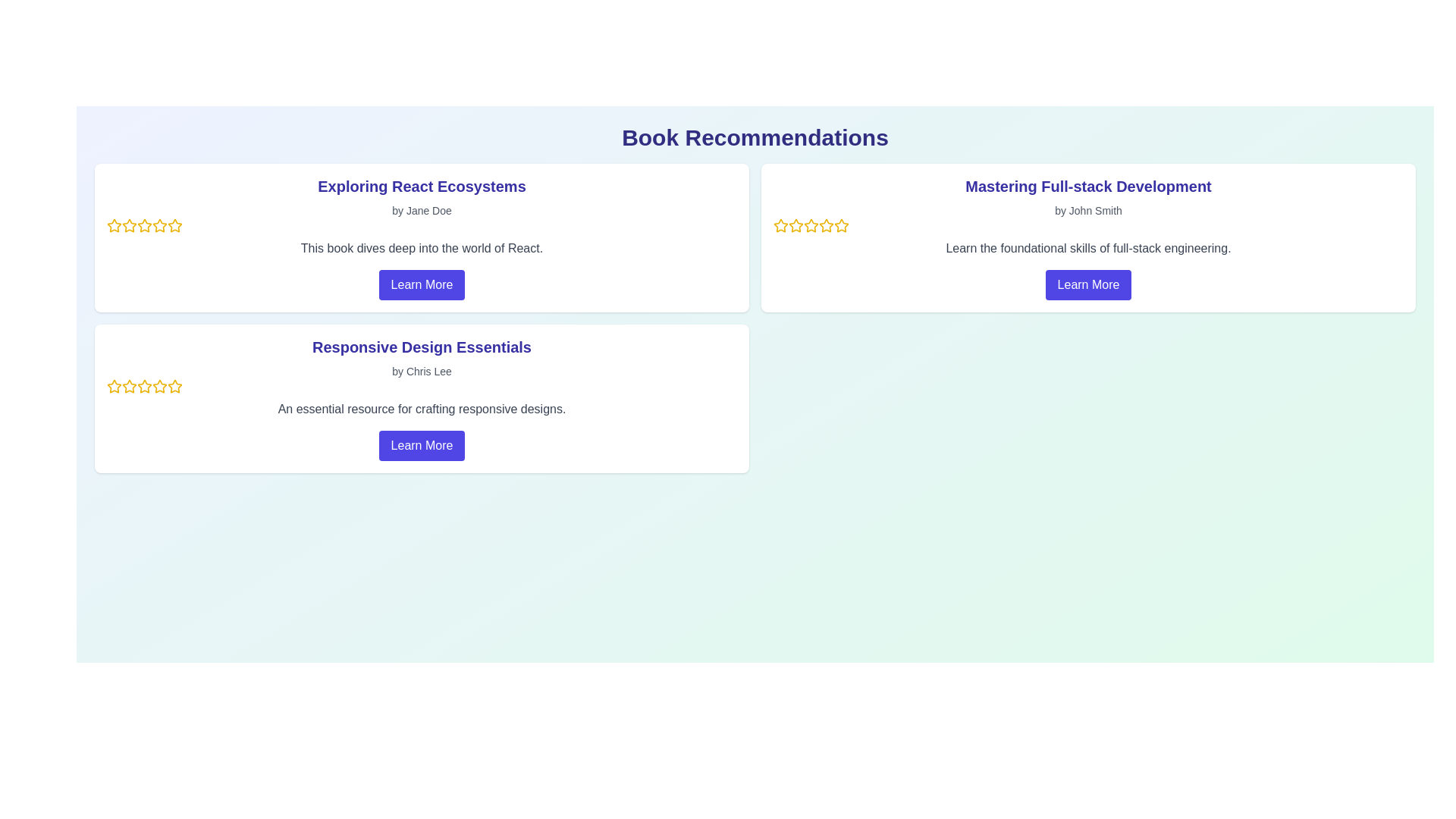 This screenshot has width=1456, height=819. What do you see at coordinates (160, 385) in the screenshot?
I see `the sixth star icon in the 'Responsive Design Essentials' section to interact` at bounding box center [160, 385].